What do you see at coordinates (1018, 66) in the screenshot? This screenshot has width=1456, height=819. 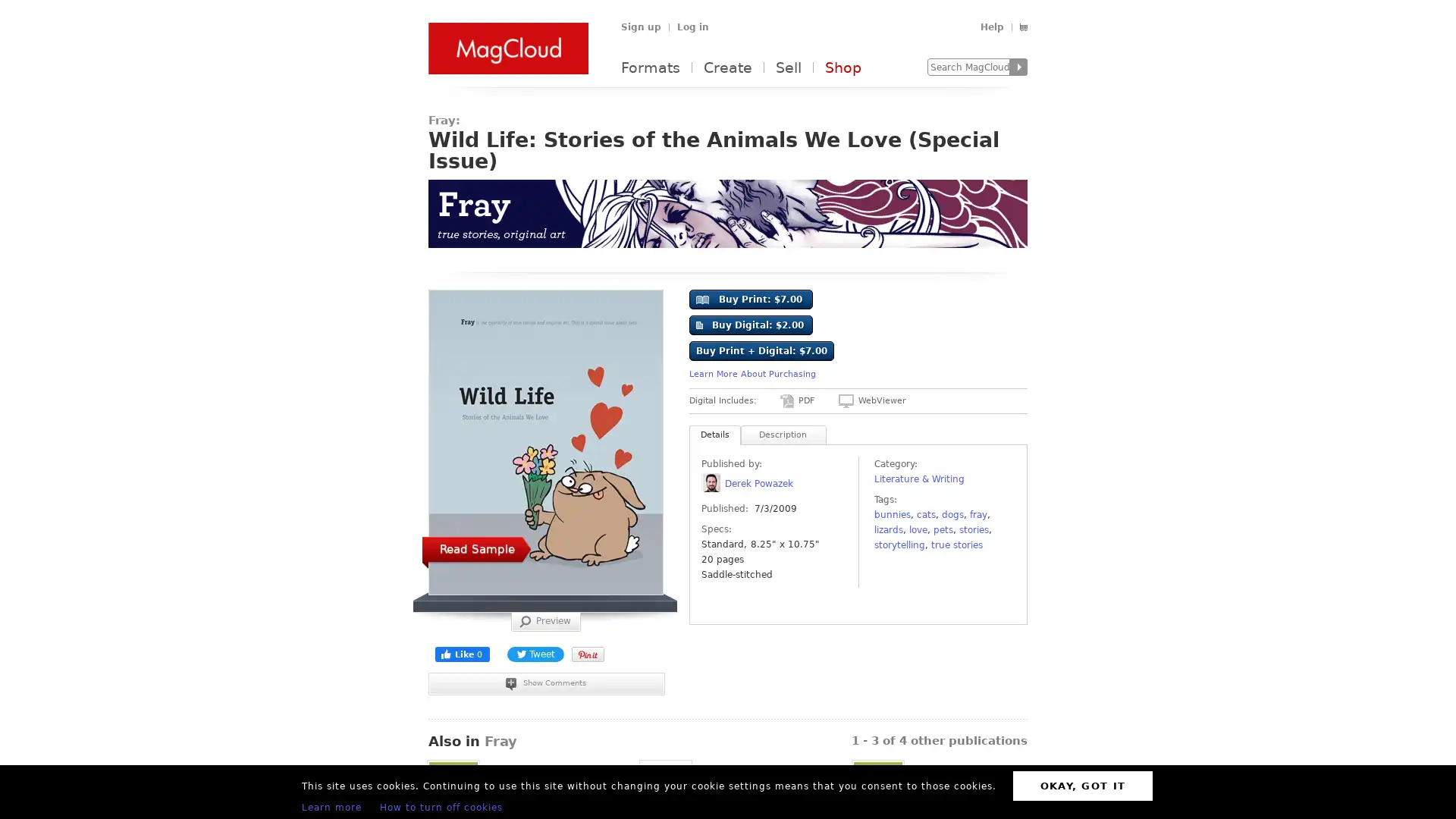 I see `Submit` at bounding box center [1018, 66].